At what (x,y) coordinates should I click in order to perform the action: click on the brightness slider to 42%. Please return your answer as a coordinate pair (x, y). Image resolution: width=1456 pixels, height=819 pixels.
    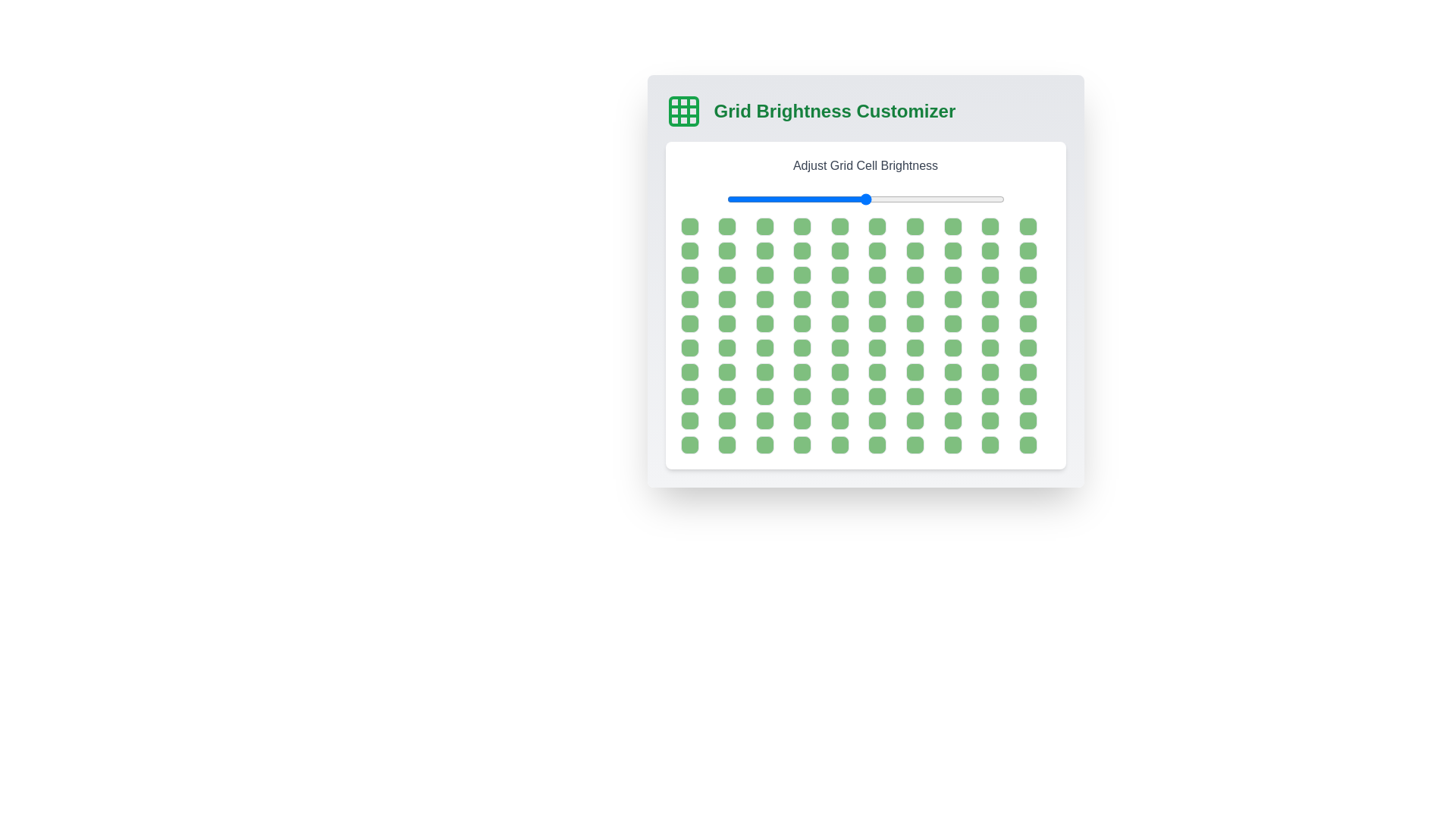
    Looking at the image, I should click on (843, 198).